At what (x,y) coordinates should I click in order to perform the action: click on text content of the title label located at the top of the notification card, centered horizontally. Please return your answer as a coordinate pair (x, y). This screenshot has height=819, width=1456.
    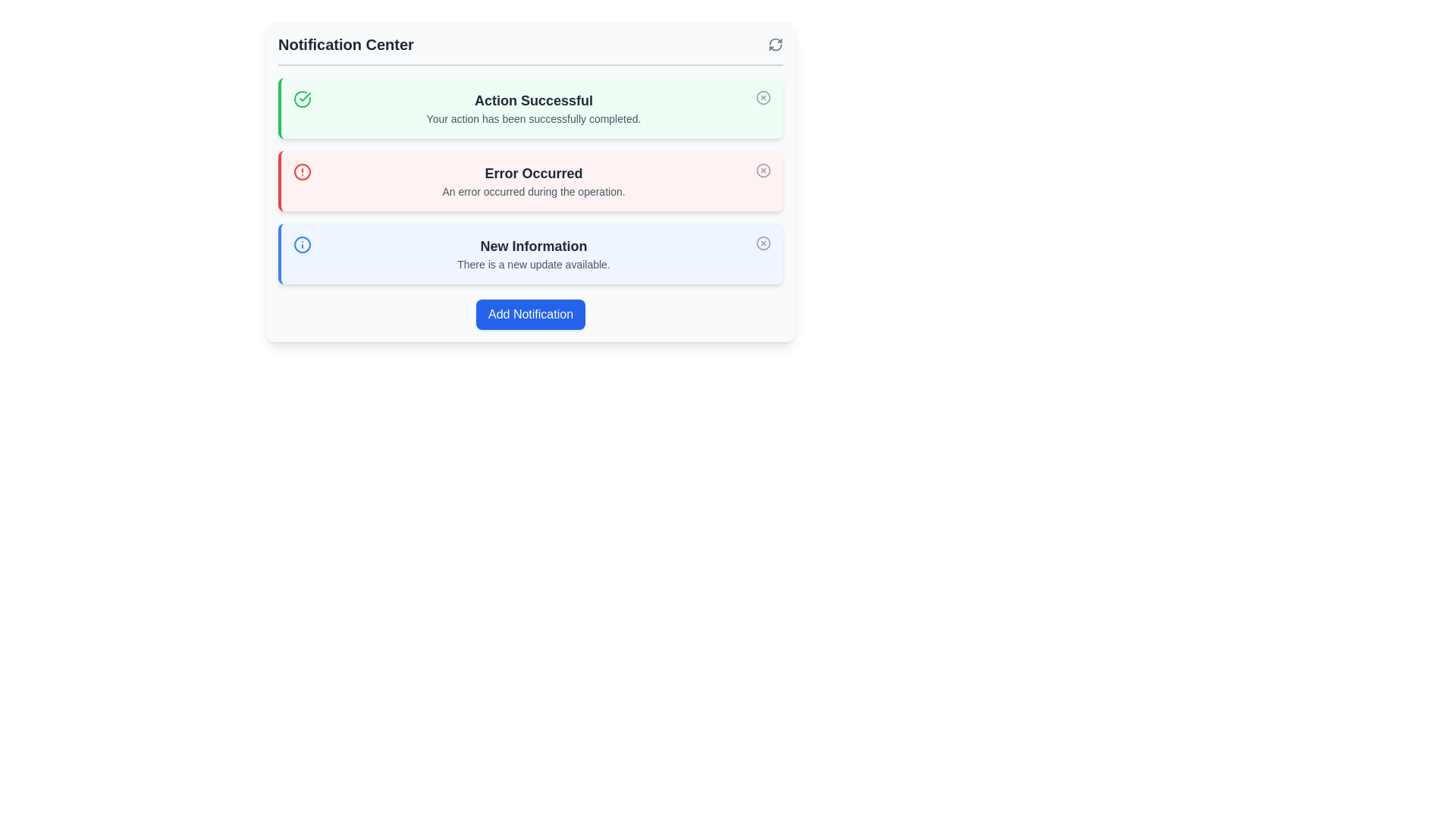
    Looking at the image, I should click on (534, 100).